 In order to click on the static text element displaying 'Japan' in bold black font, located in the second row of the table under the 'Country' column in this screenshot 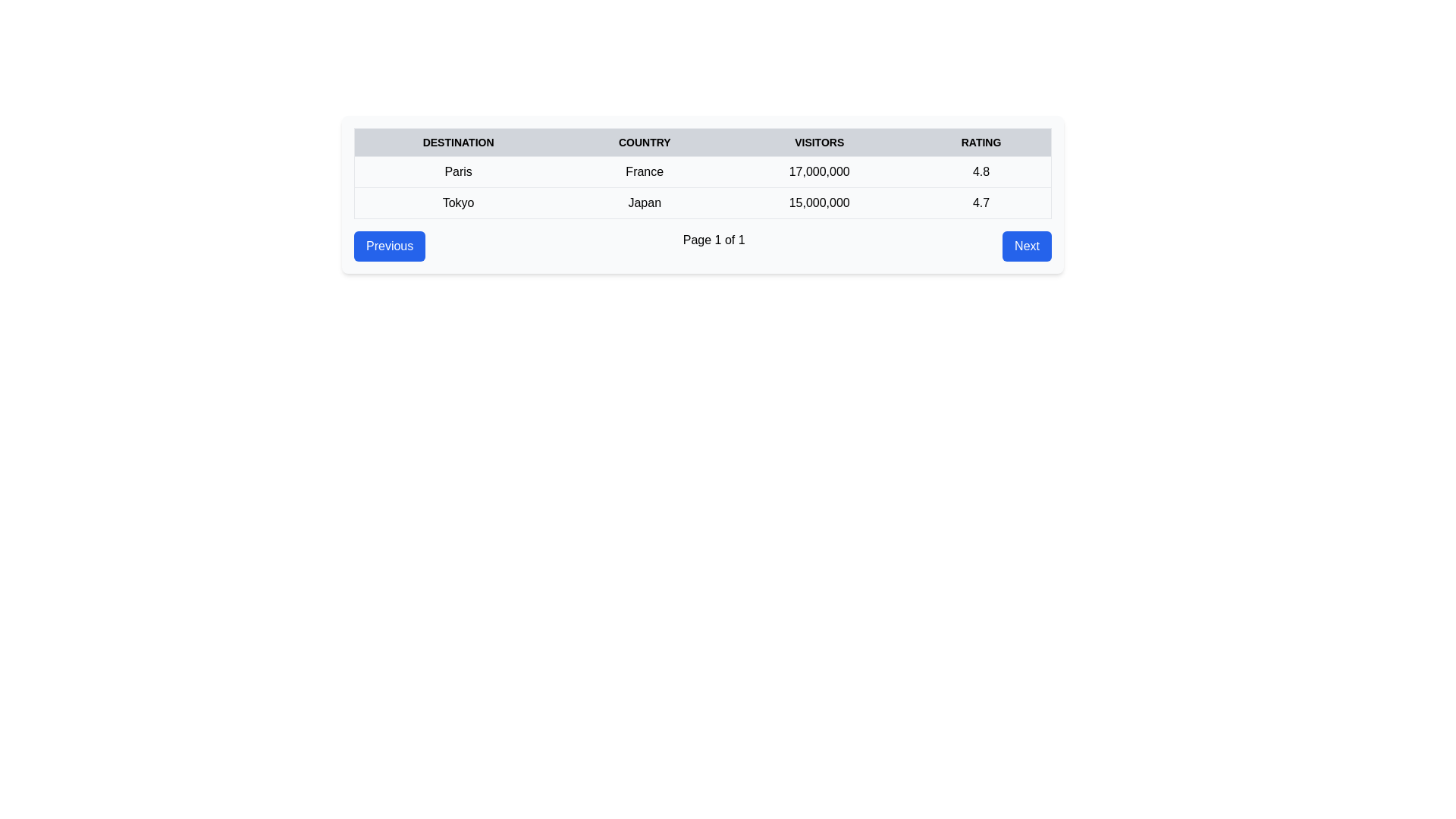, I will do `click(645, 202)`.